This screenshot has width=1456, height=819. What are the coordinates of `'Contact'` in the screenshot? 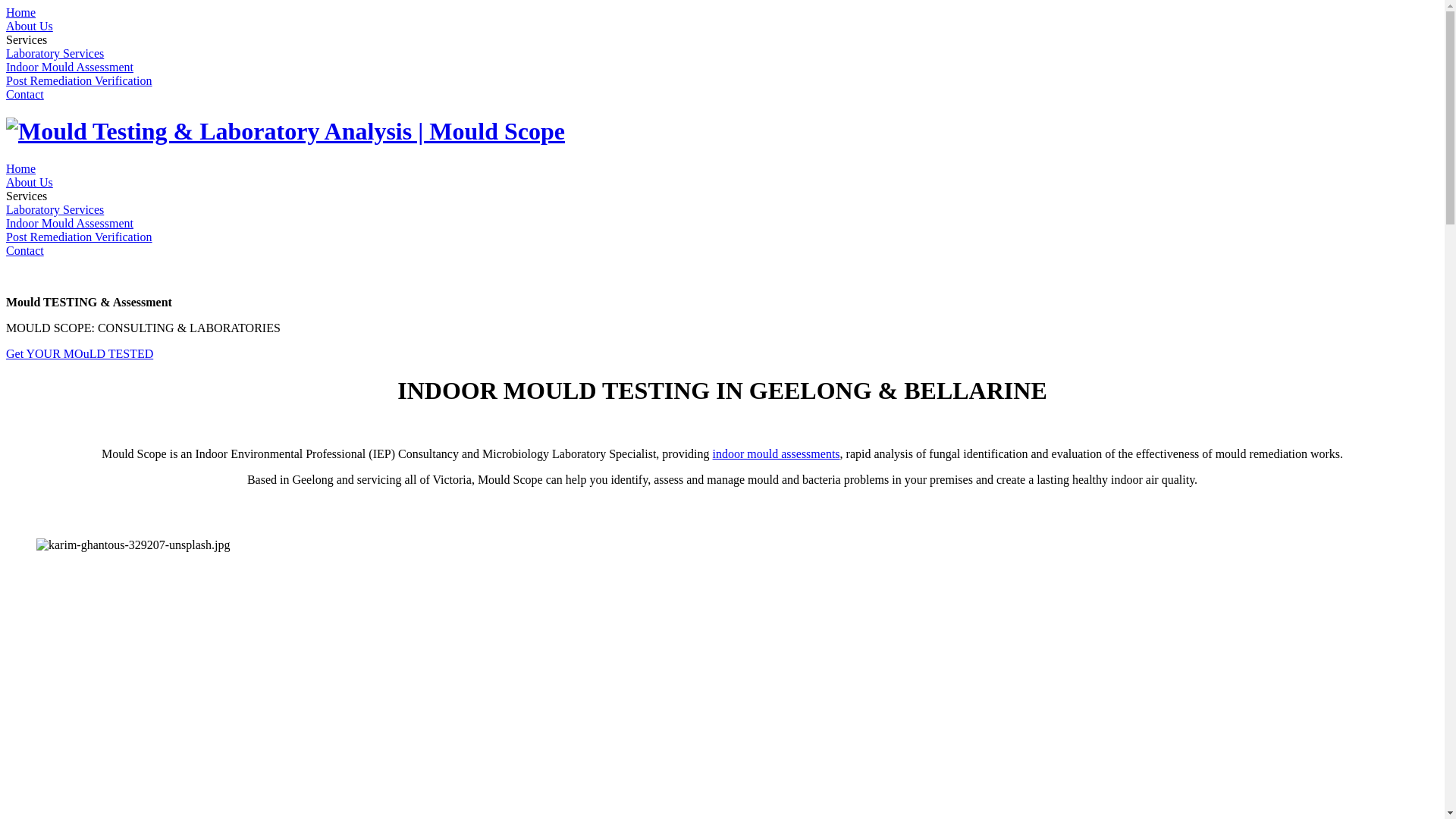 It's located at (25, 94).